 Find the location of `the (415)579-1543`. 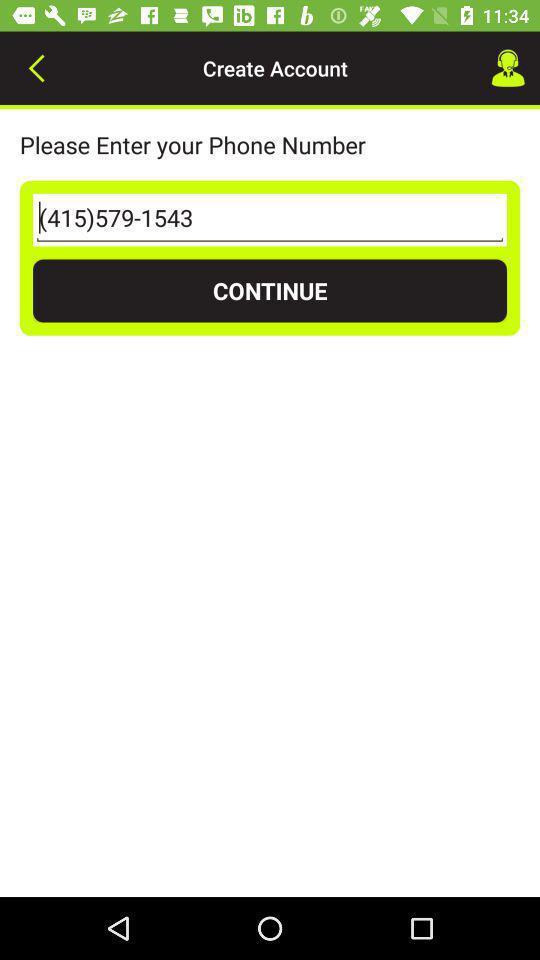

the (415)579-1543 is located at coordinates (270, 220).